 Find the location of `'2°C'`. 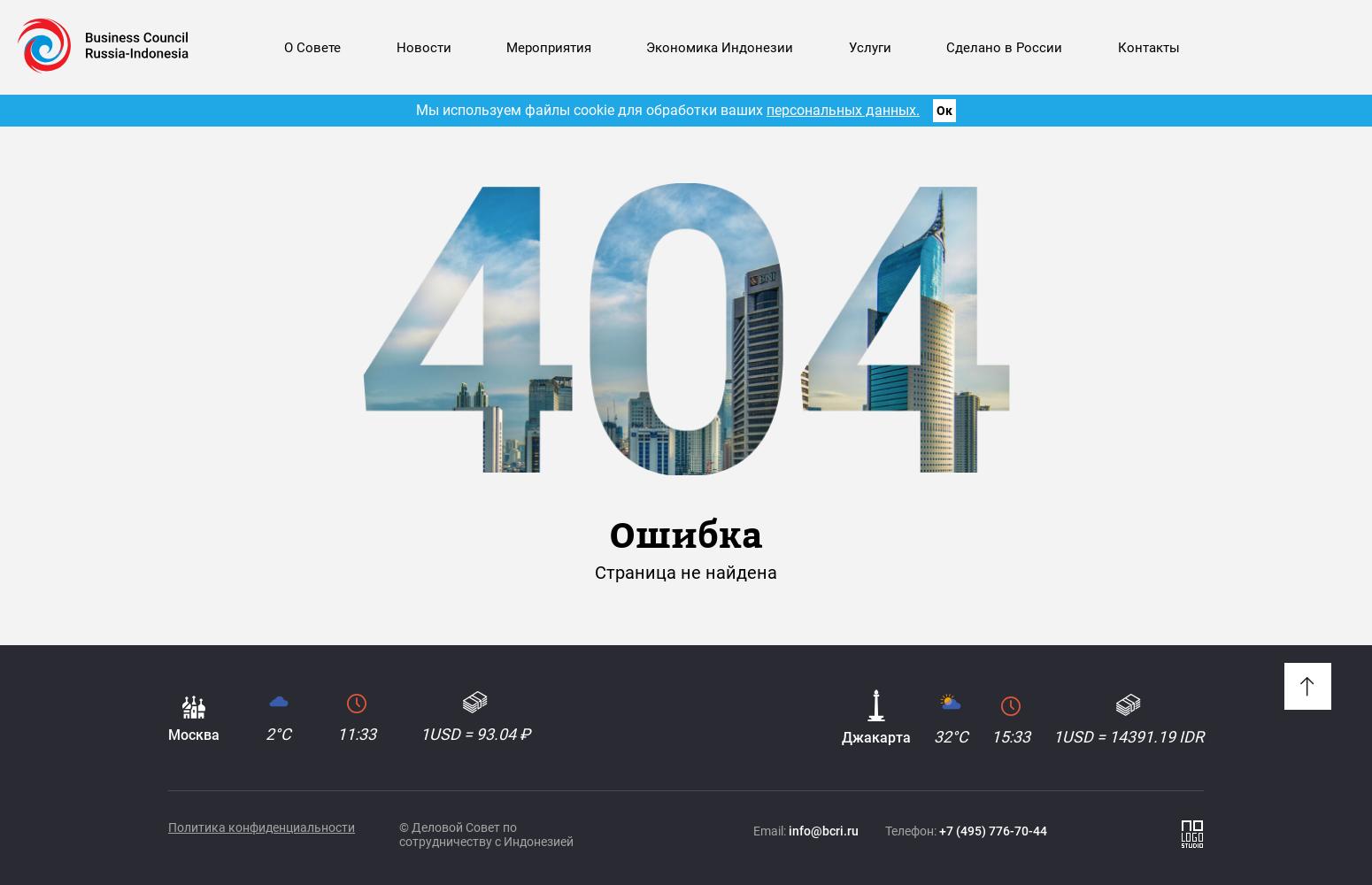

'2°C' is located at coordinates (276, 733).